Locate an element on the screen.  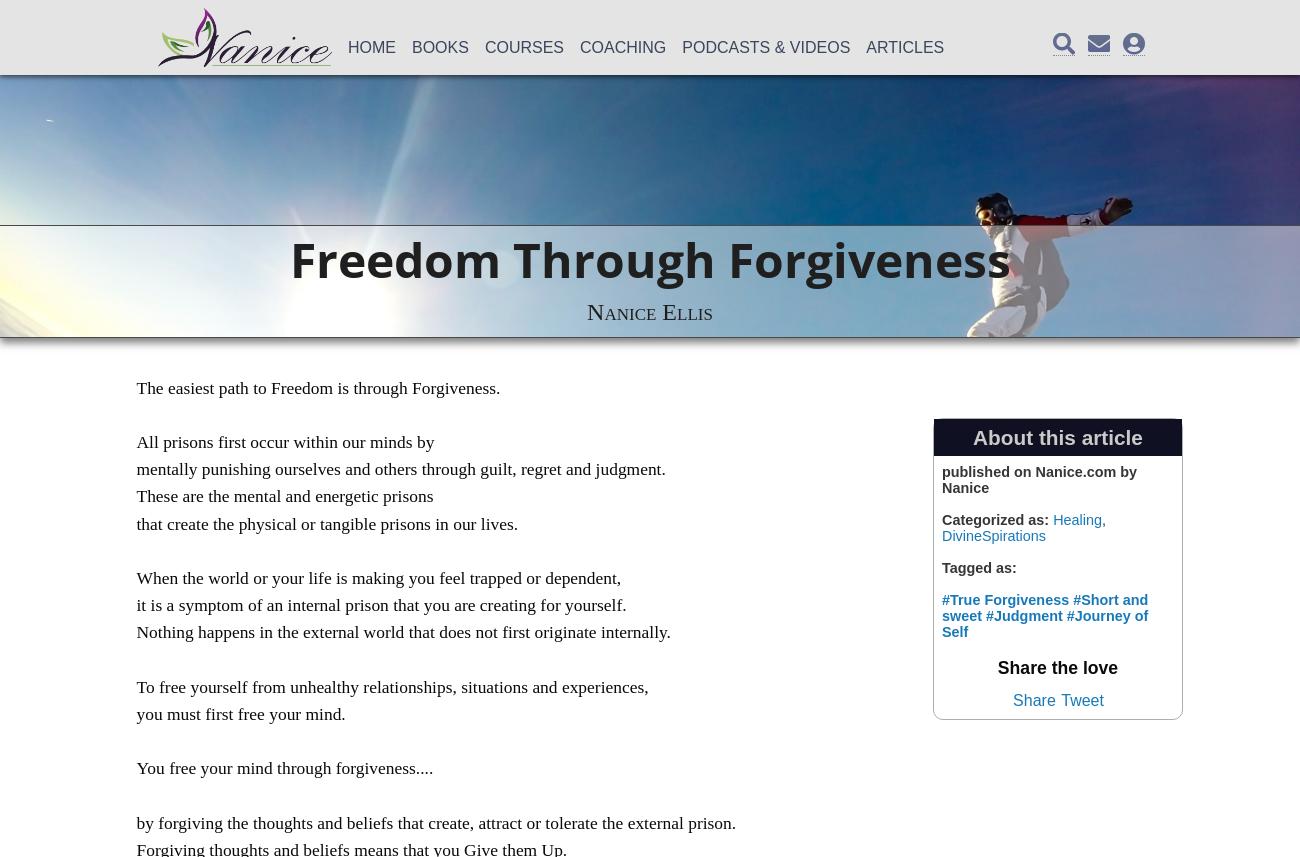
'by forgiving the thoughts and beliefs that create, attract or tolerate the external prison.' is located at coordinates (436, 821).